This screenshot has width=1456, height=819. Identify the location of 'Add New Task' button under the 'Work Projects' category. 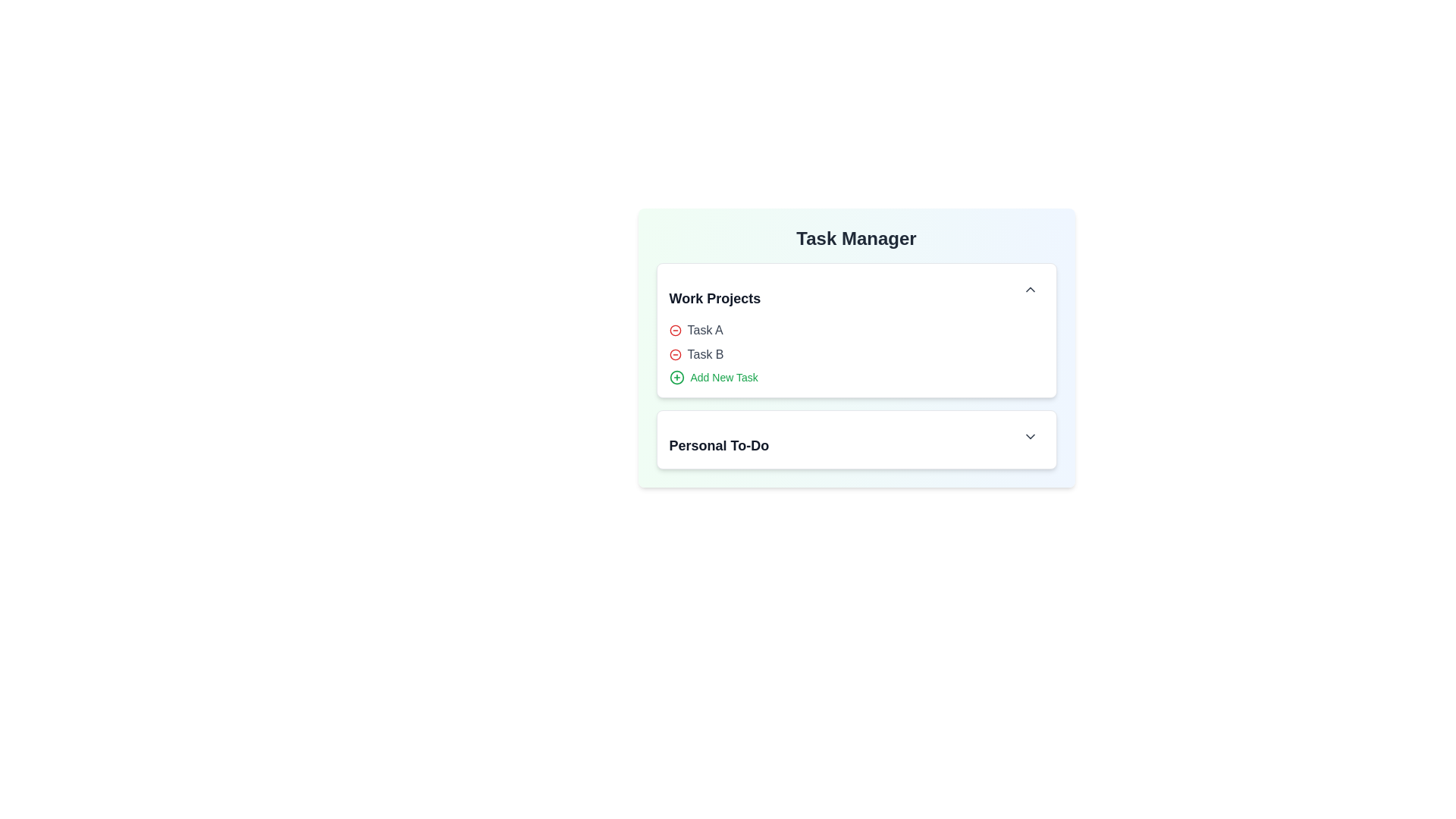
(712, 376).